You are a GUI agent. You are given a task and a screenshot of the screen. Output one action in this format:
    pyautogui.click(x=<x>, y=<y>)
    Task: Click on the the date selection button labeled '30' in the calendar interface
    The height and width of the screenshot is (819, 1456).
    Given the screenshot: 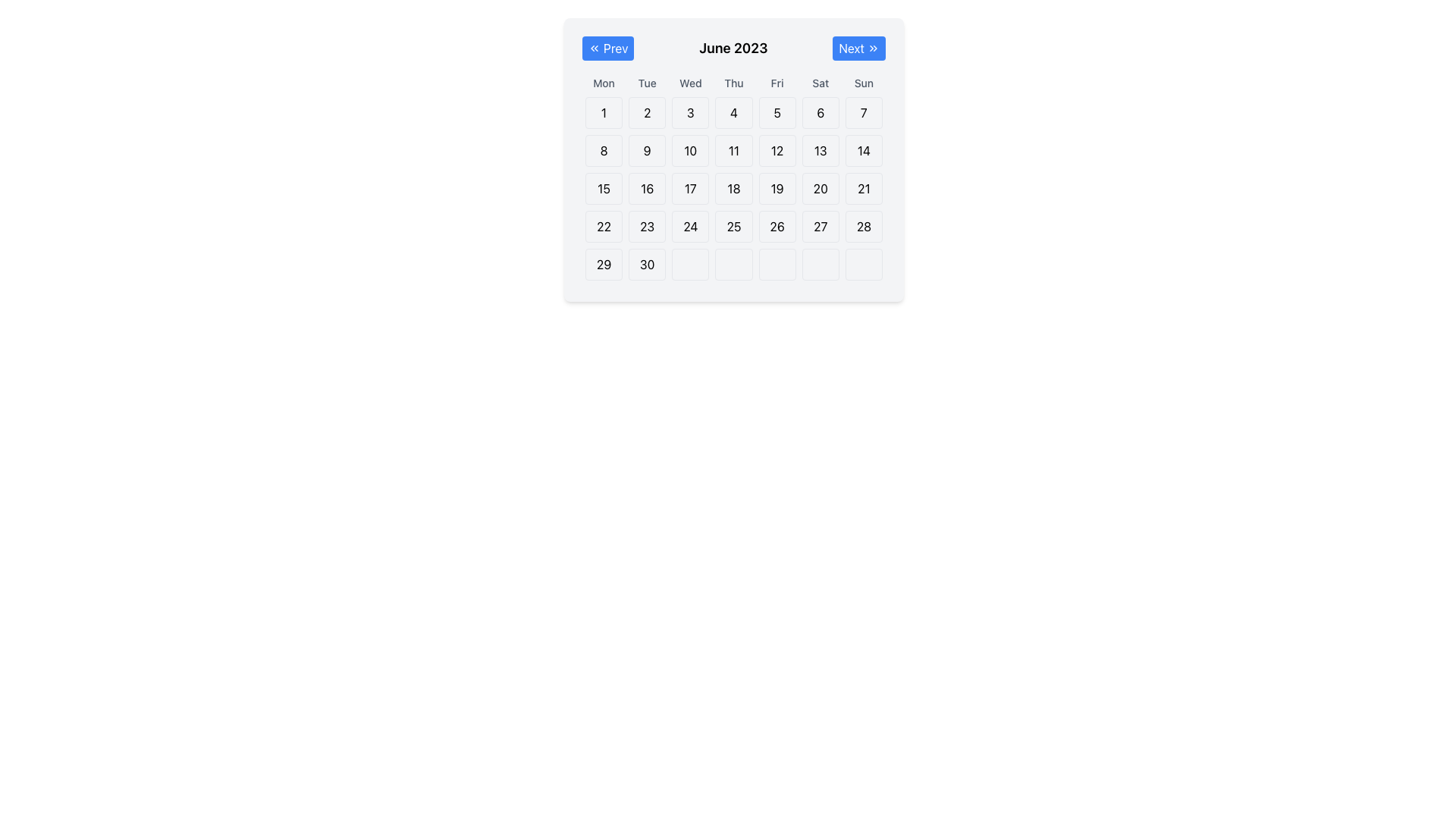 What is the action you would take?
    pyautogui.click(x=647, y=263)
    